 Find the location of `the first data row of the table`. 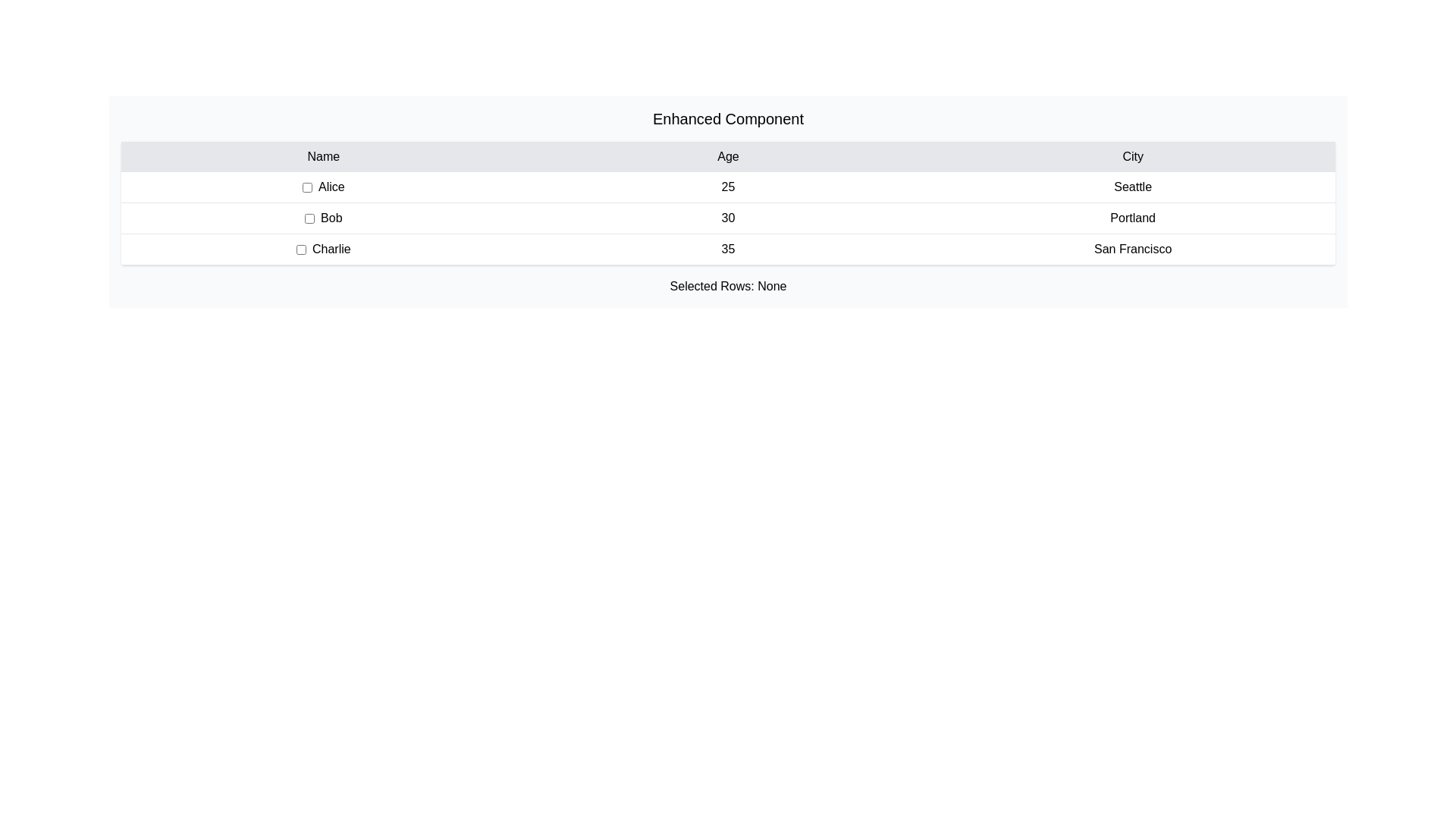

the first data row of the table is located at coordinates (728, 187).